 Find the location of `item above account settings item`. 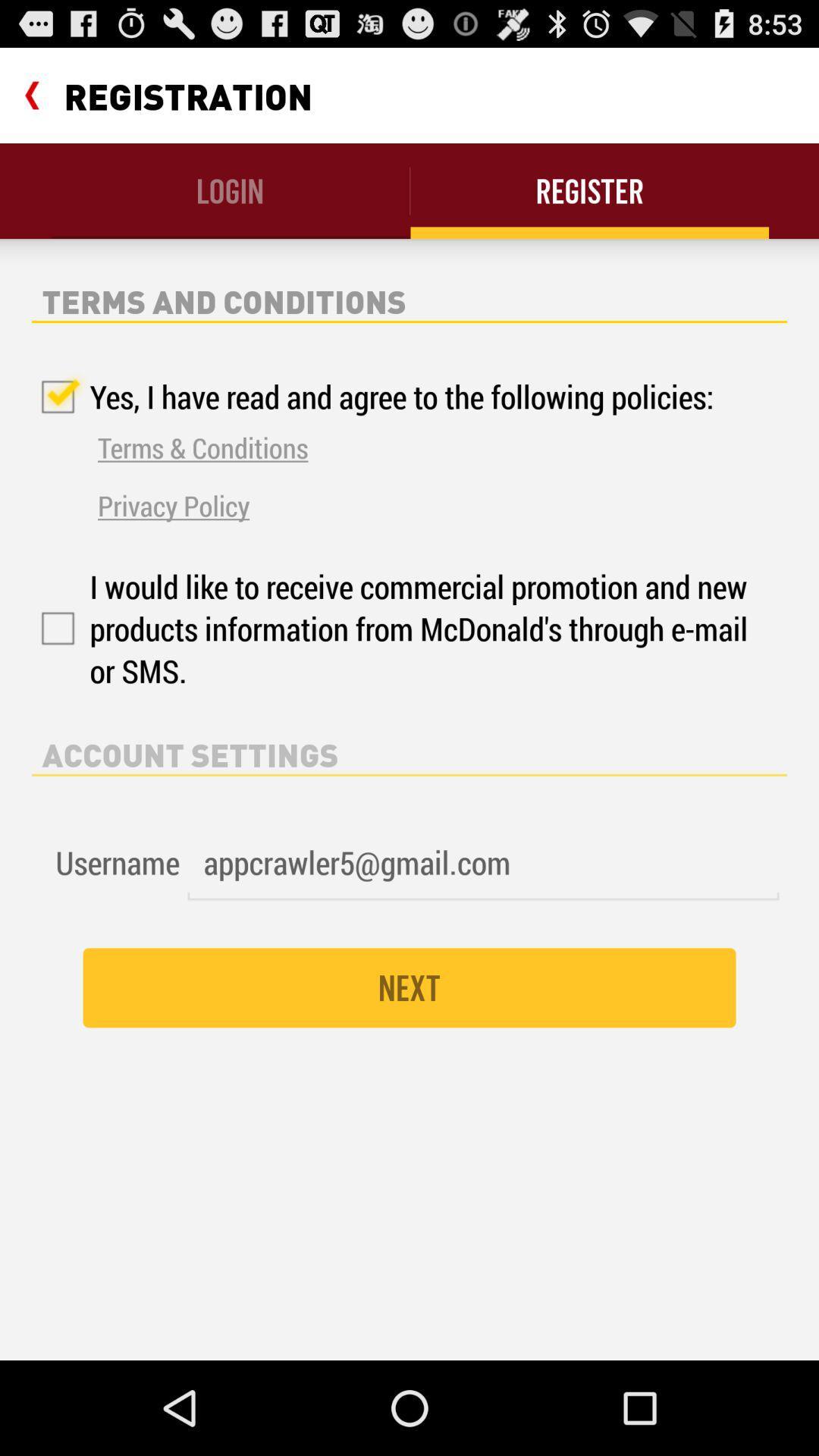

item above account settings item is located at coordinates (393, 629).